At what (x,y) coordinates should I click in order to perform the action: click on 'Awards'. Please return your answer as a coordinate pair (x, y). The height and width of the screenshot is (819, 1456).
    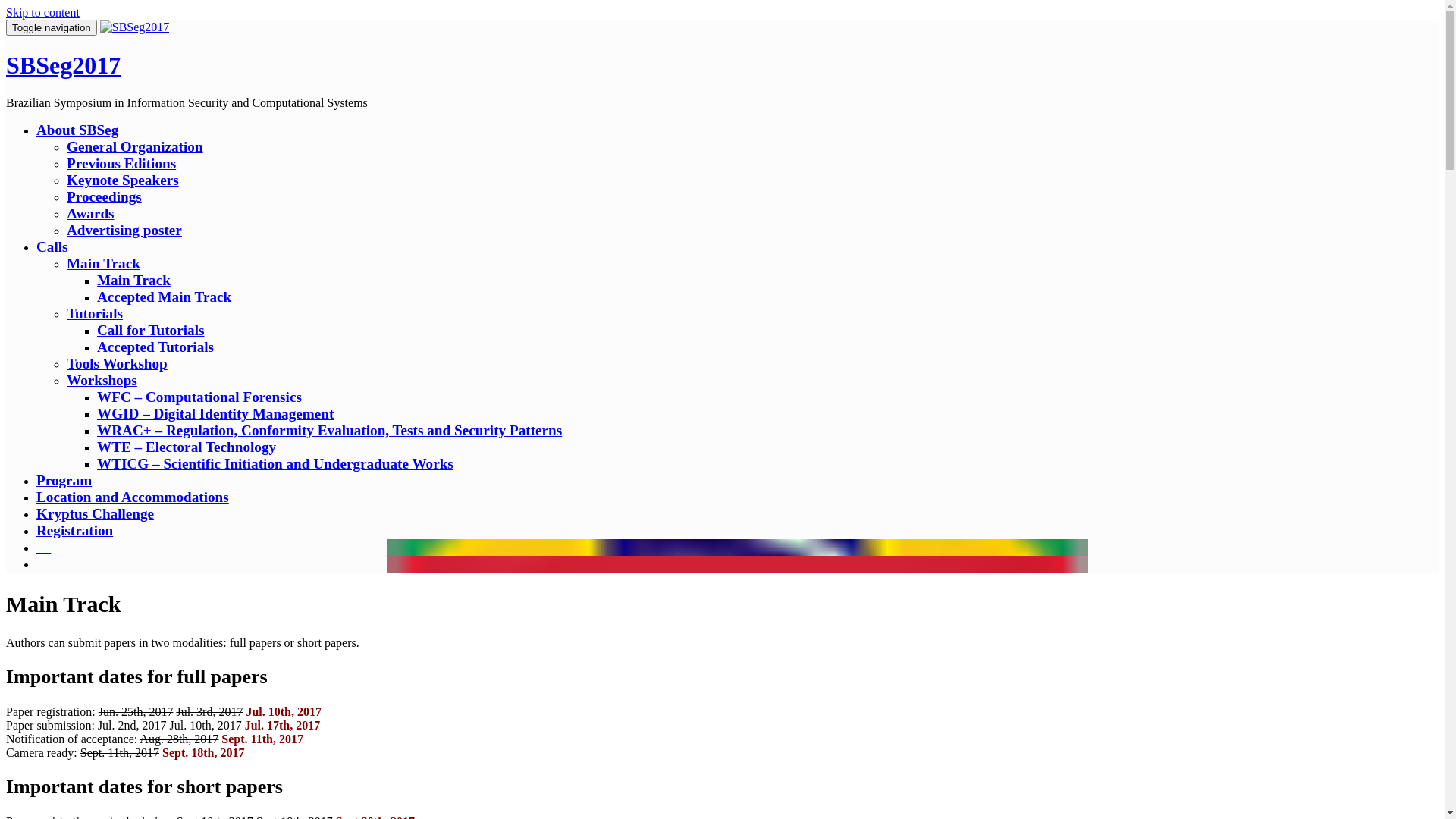
    Looking at the image, I should click on (65, 213).